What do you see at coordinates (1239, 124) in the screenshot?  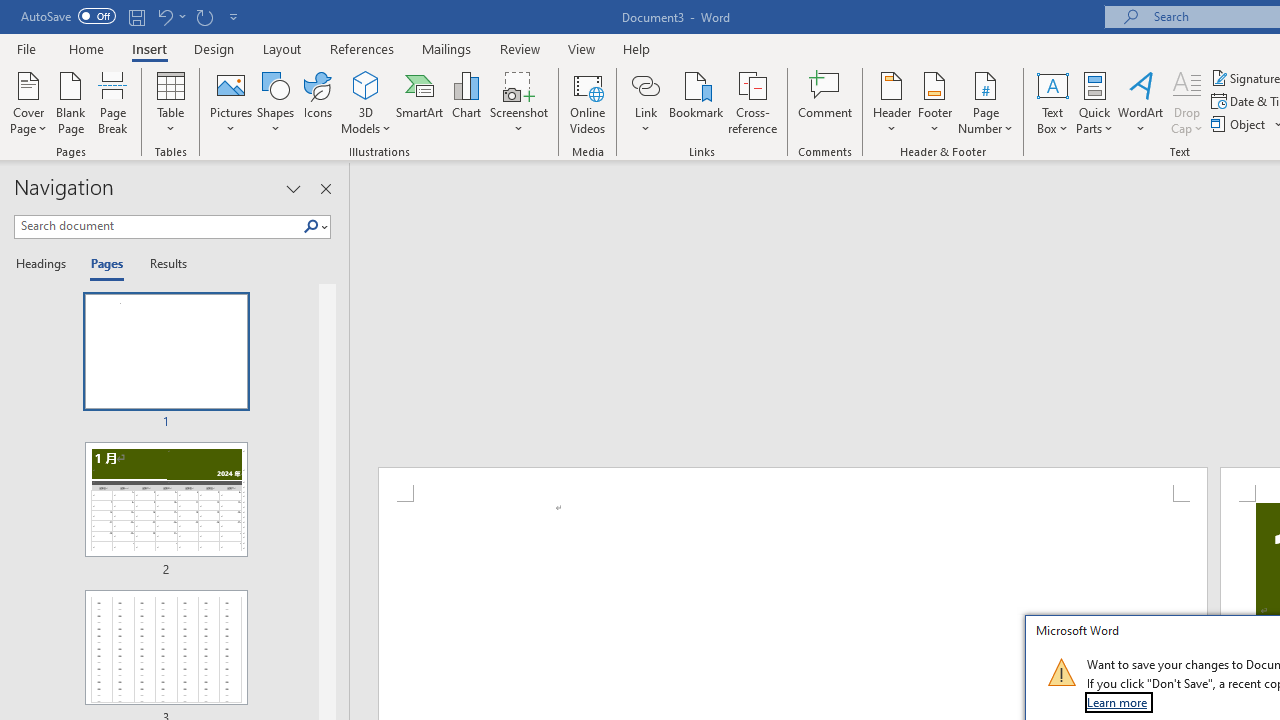 I see `'Object...'` at bounding box center [1239, 124].